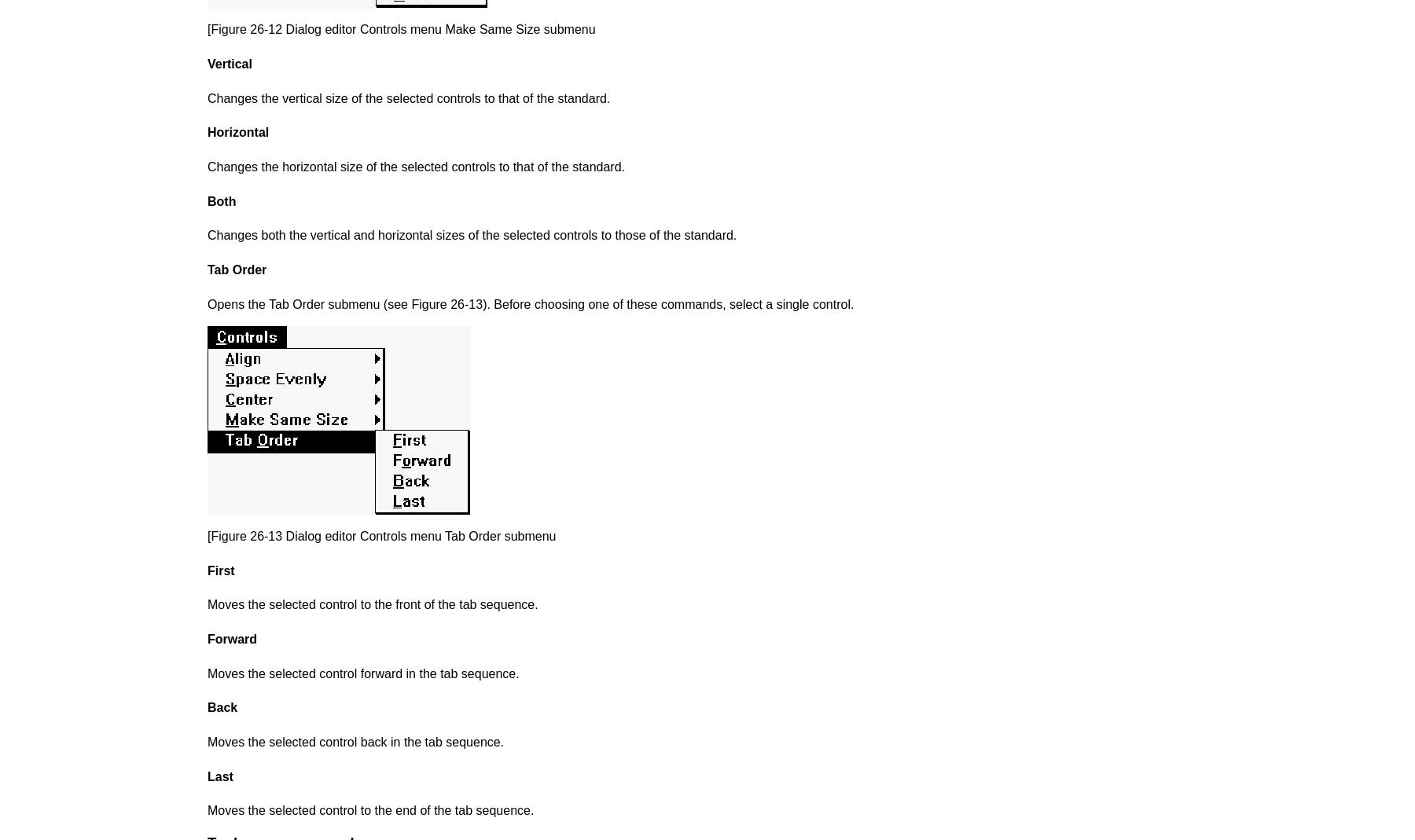 Image resolution: width=1415 pixels, height=840 pixels. Describe the element at coordinates (371, 604) in the screenshot. I see `'Moves the selected control to the front of the tab sequence.'` at that location.